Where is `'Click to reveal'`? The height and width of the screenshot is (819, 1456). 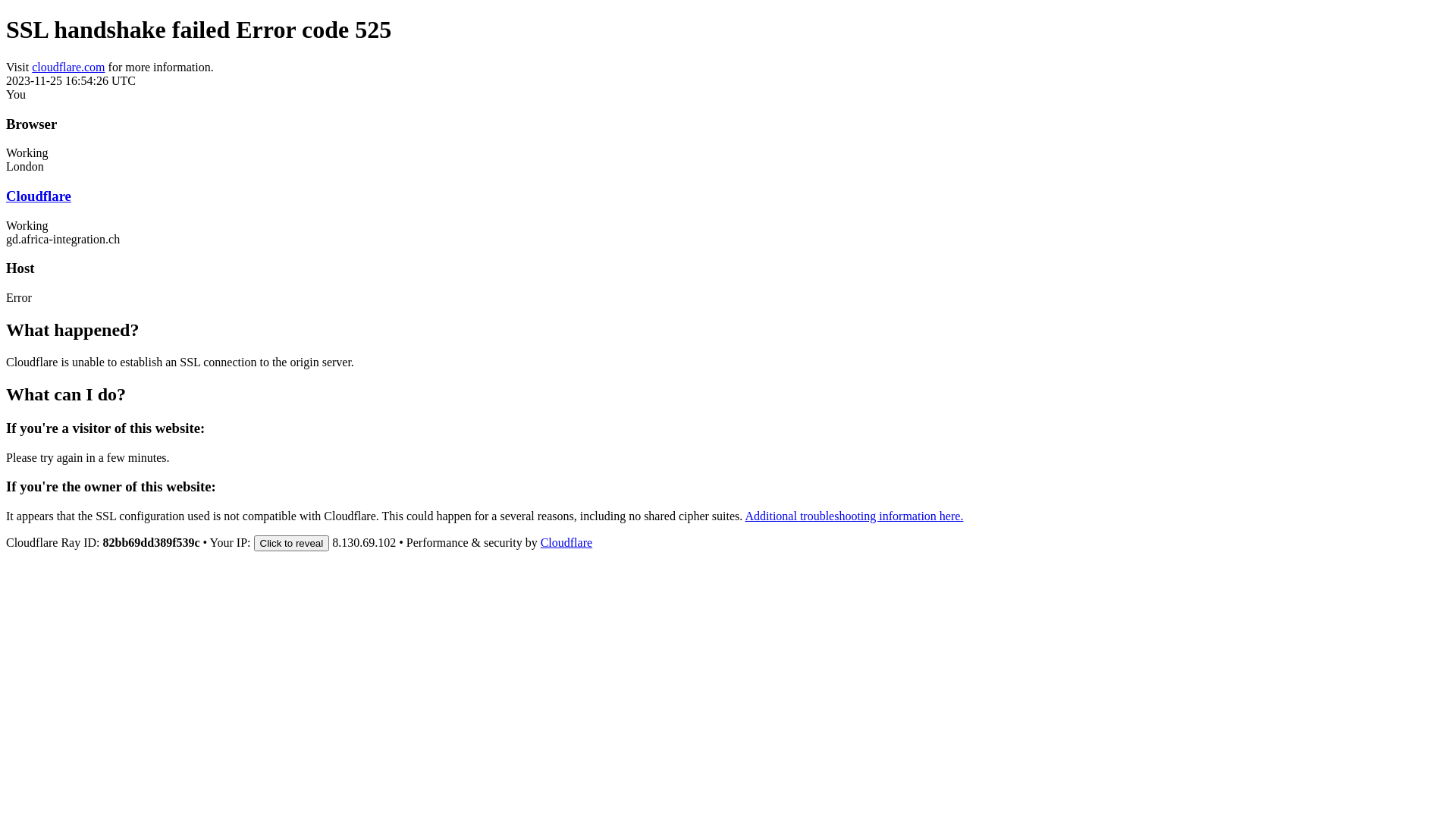
'Click to reveal' is located at coordinates (254, 542).